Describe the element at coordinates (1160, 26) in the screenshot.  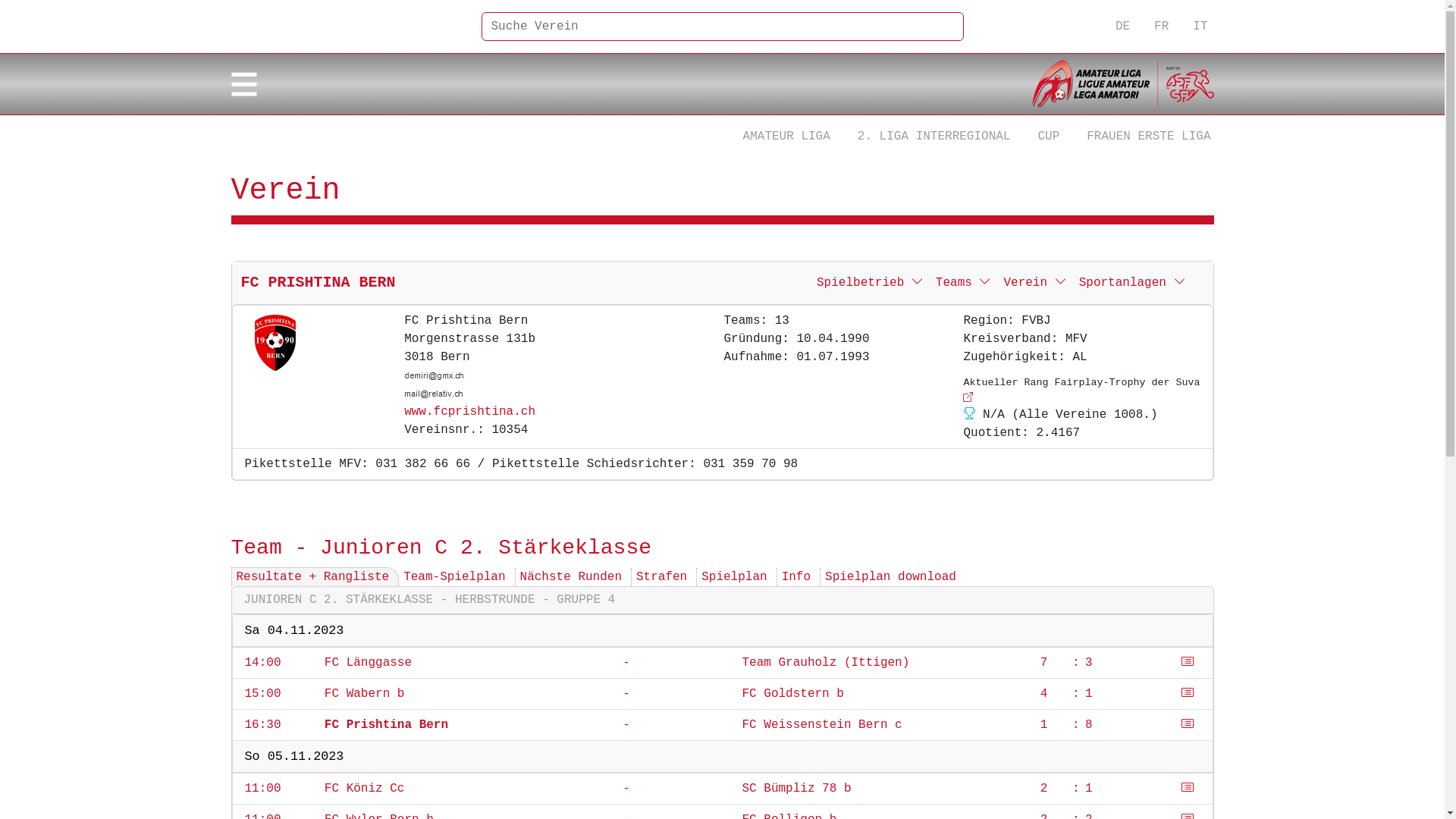
I see `'FR'` at that location.